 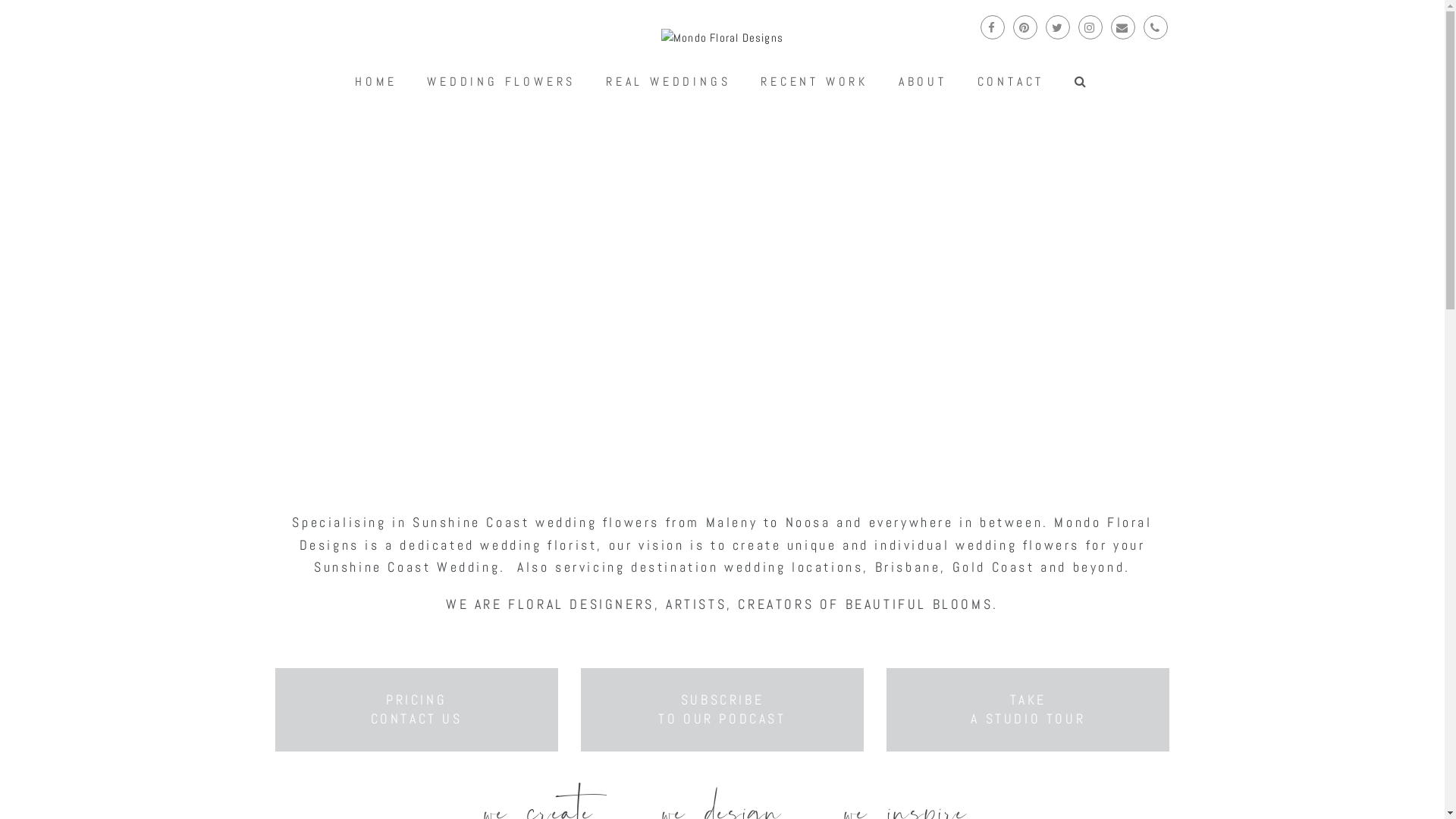 I want to click on 'ABOUT', so click(x=884, y=82).